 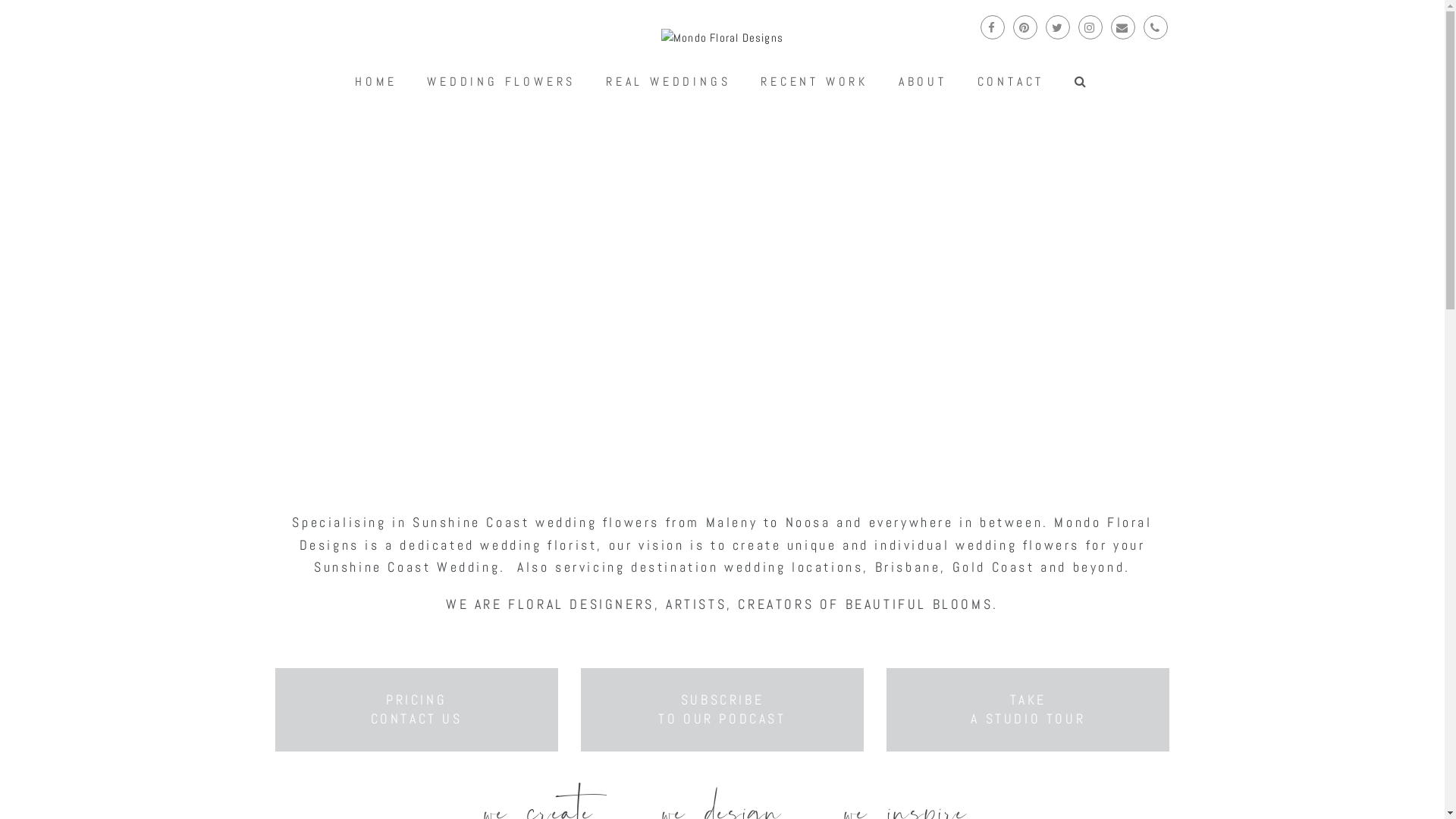 I want to click on 'ABOUT', so click(x=884, y=82).